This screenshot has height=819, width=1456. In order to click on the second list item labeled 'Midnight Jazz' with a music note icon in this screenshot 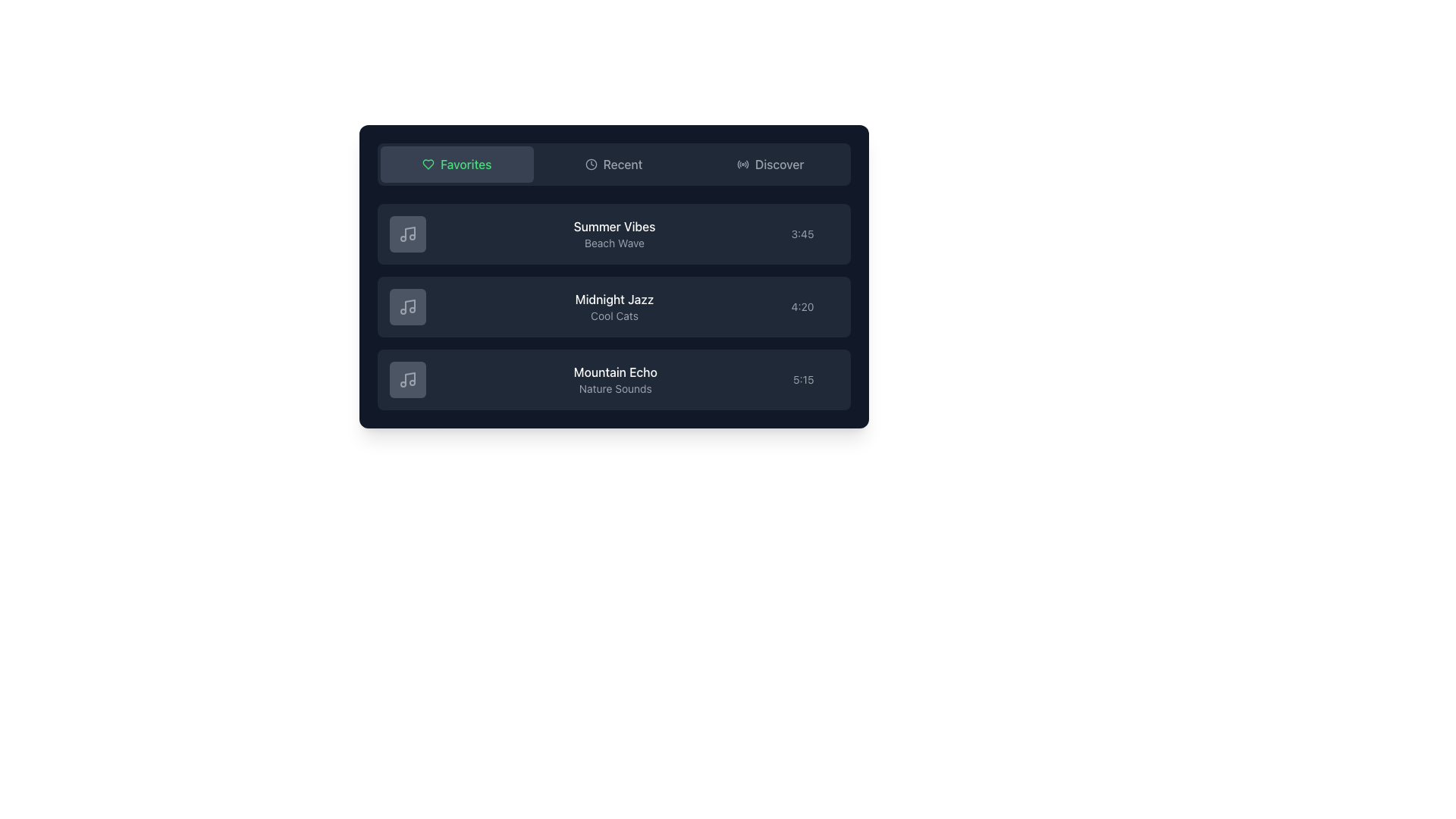, I will do `click(613, 307)`.